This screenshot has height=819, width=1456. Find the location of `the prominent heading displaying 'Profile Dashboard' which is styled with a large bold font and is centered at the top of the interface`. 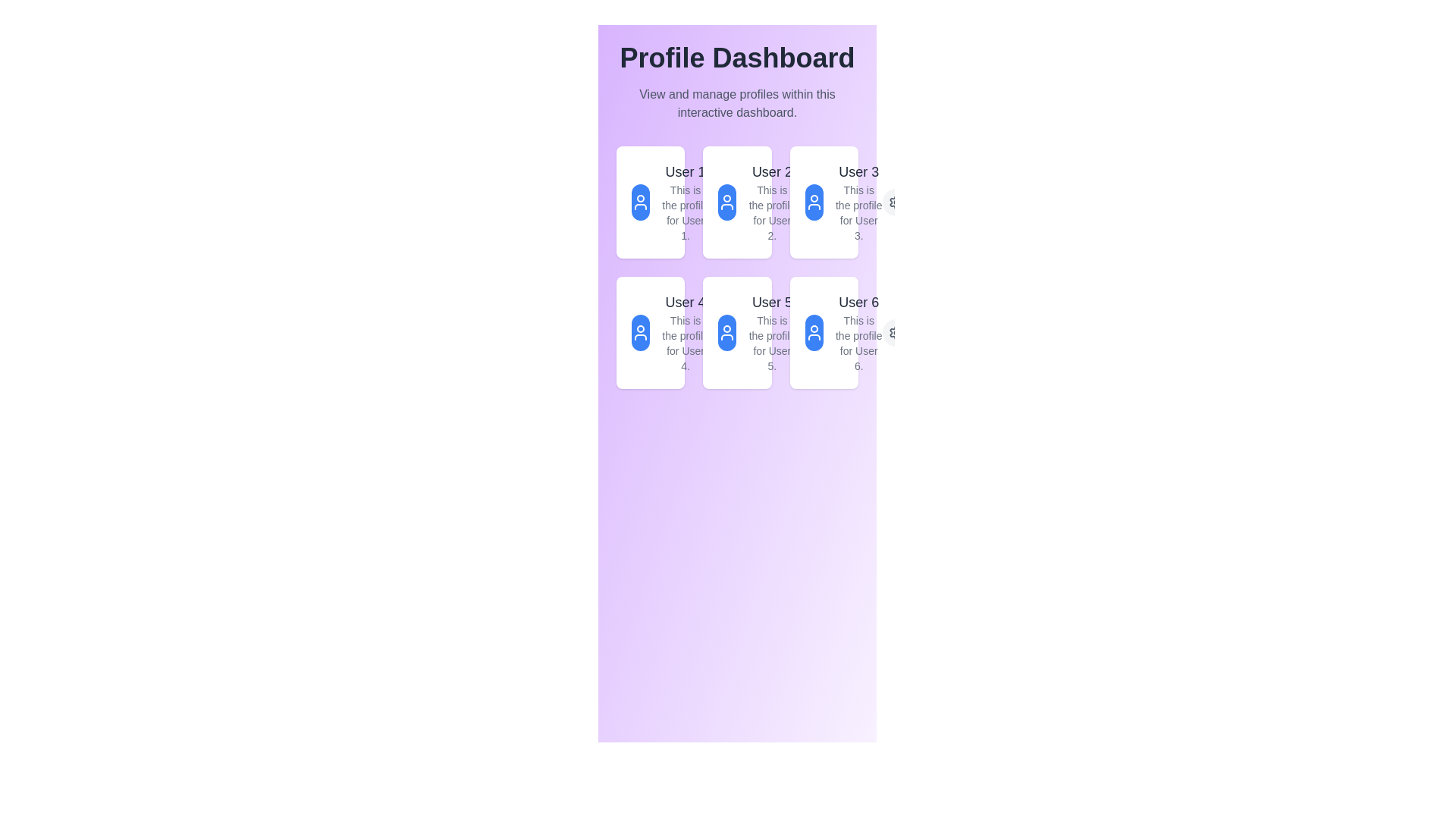

the prominent heading displaying 'Profile Dashboard' which is styled with a large bold font and is centered at the top of the interface is located at coordinates (737, 58).